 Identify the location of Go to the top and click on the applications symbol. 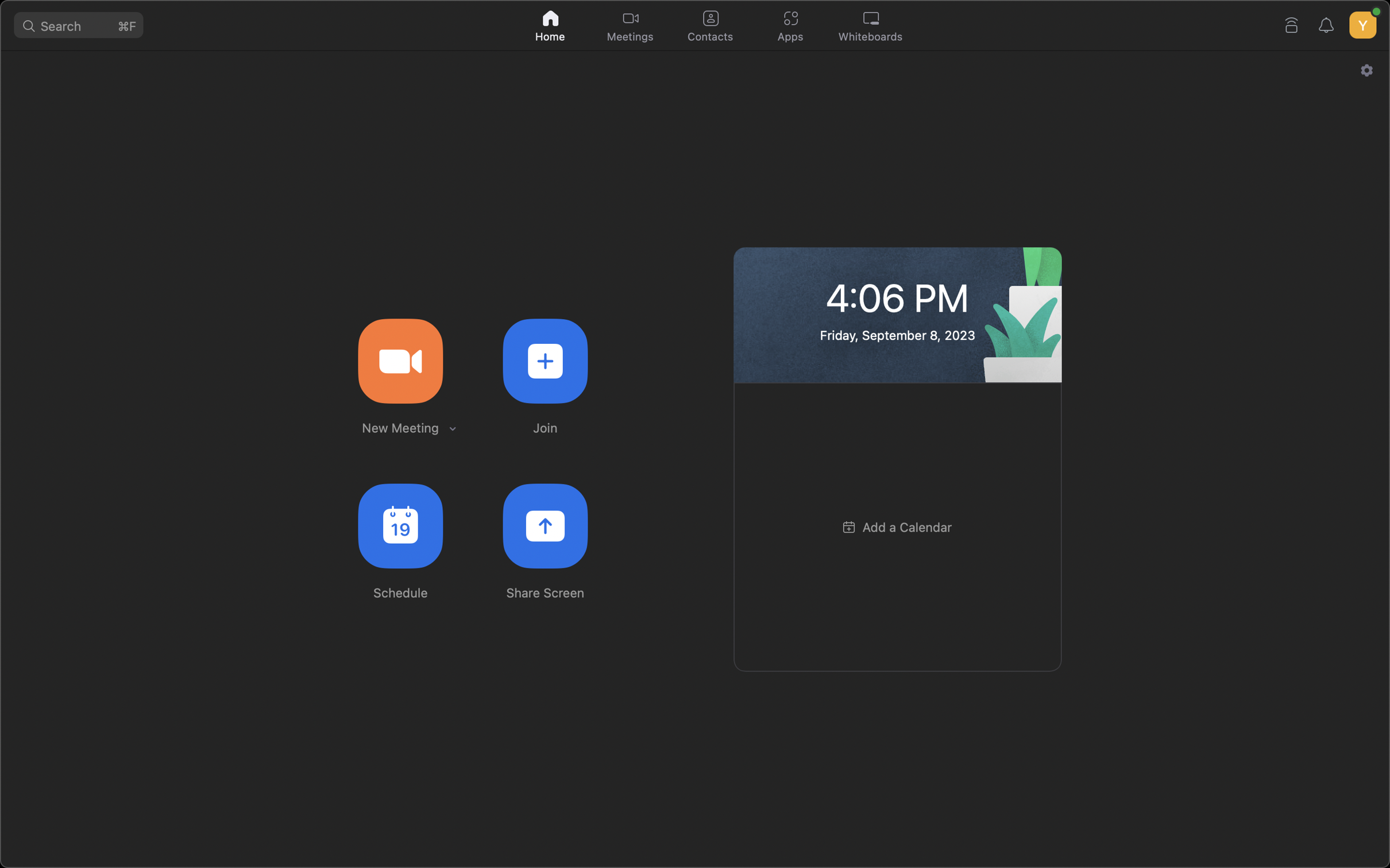
(792, 24).